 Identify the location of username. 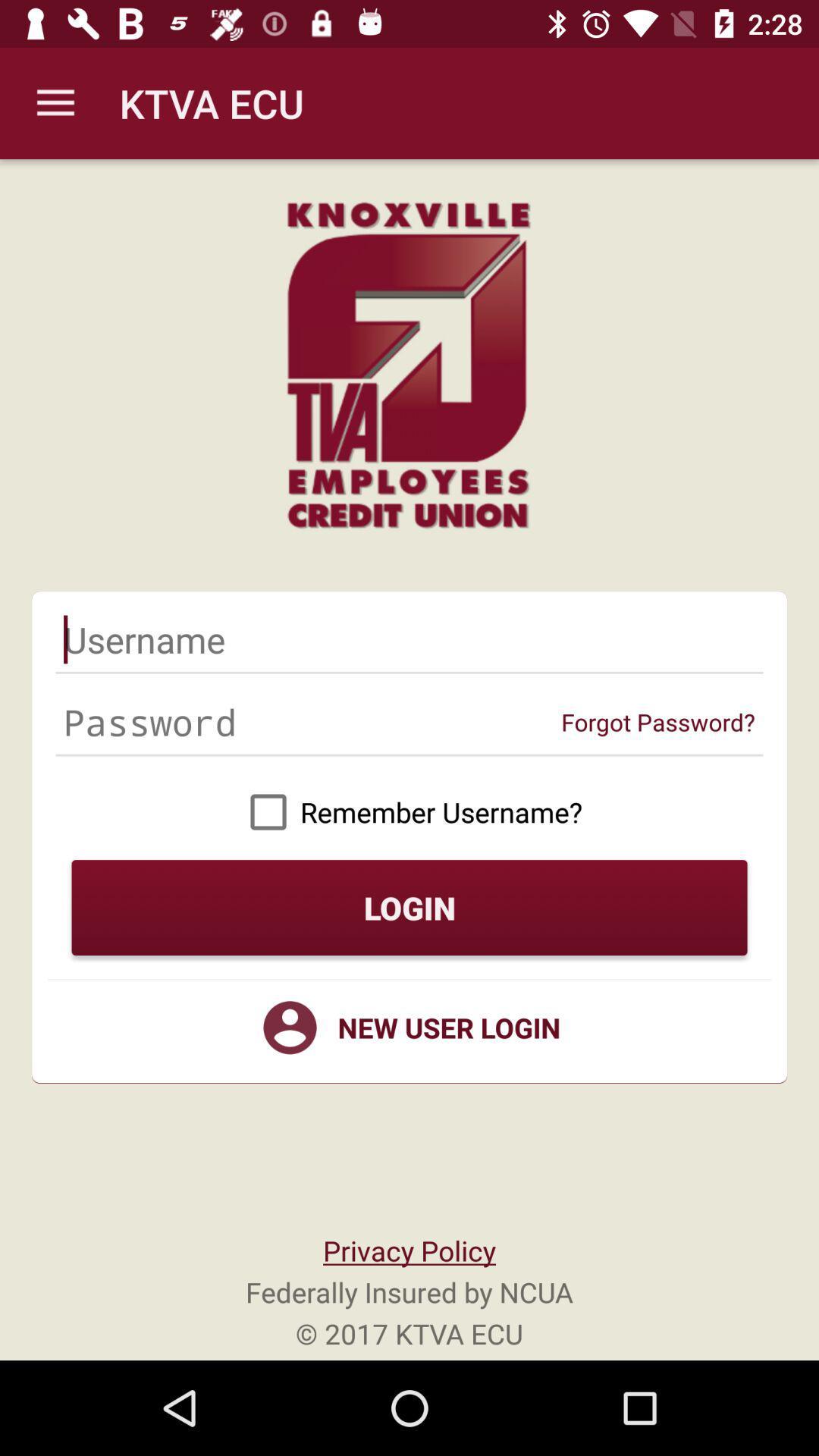
(409, 639).